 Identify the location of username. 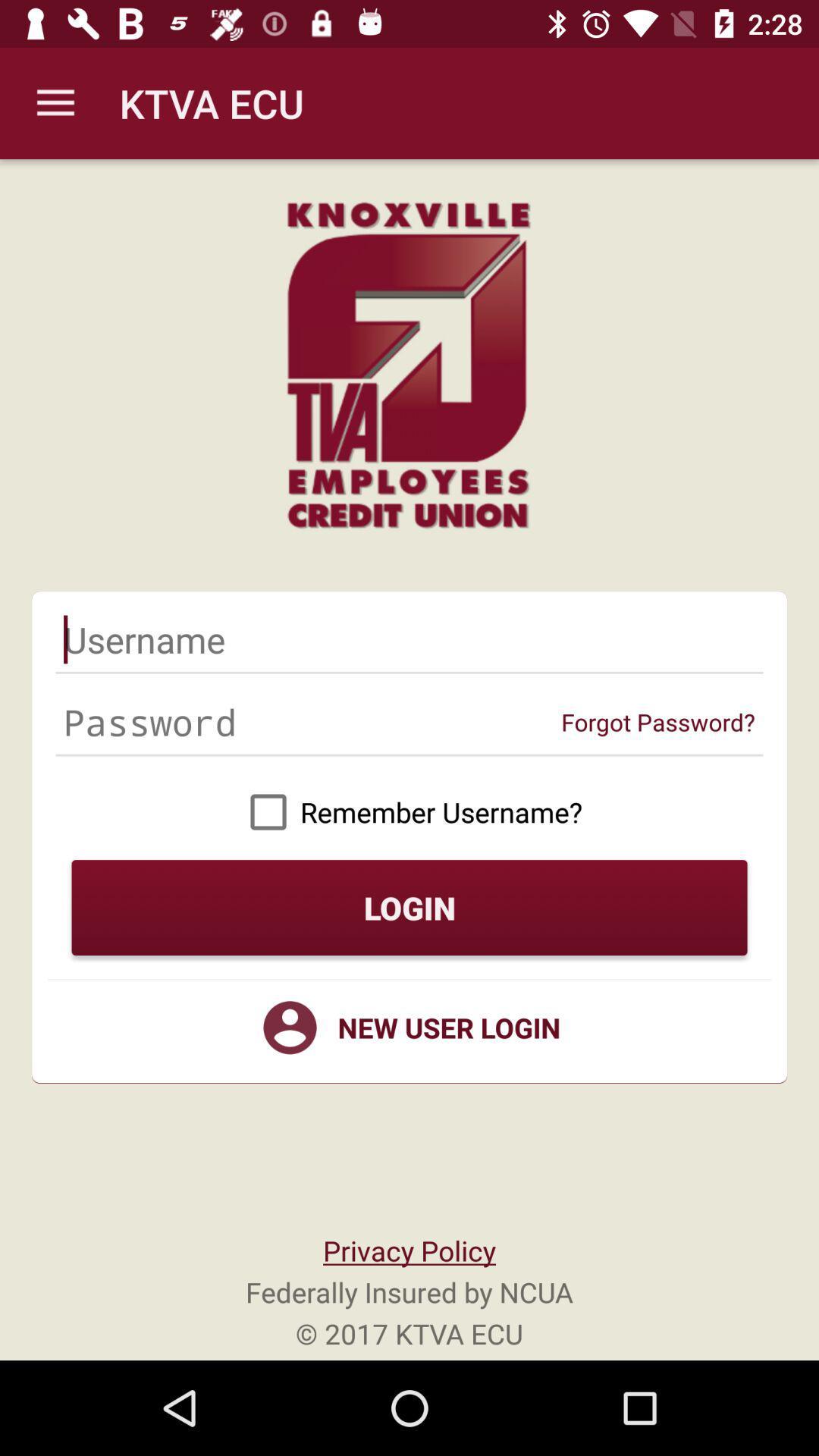
(409, 639).